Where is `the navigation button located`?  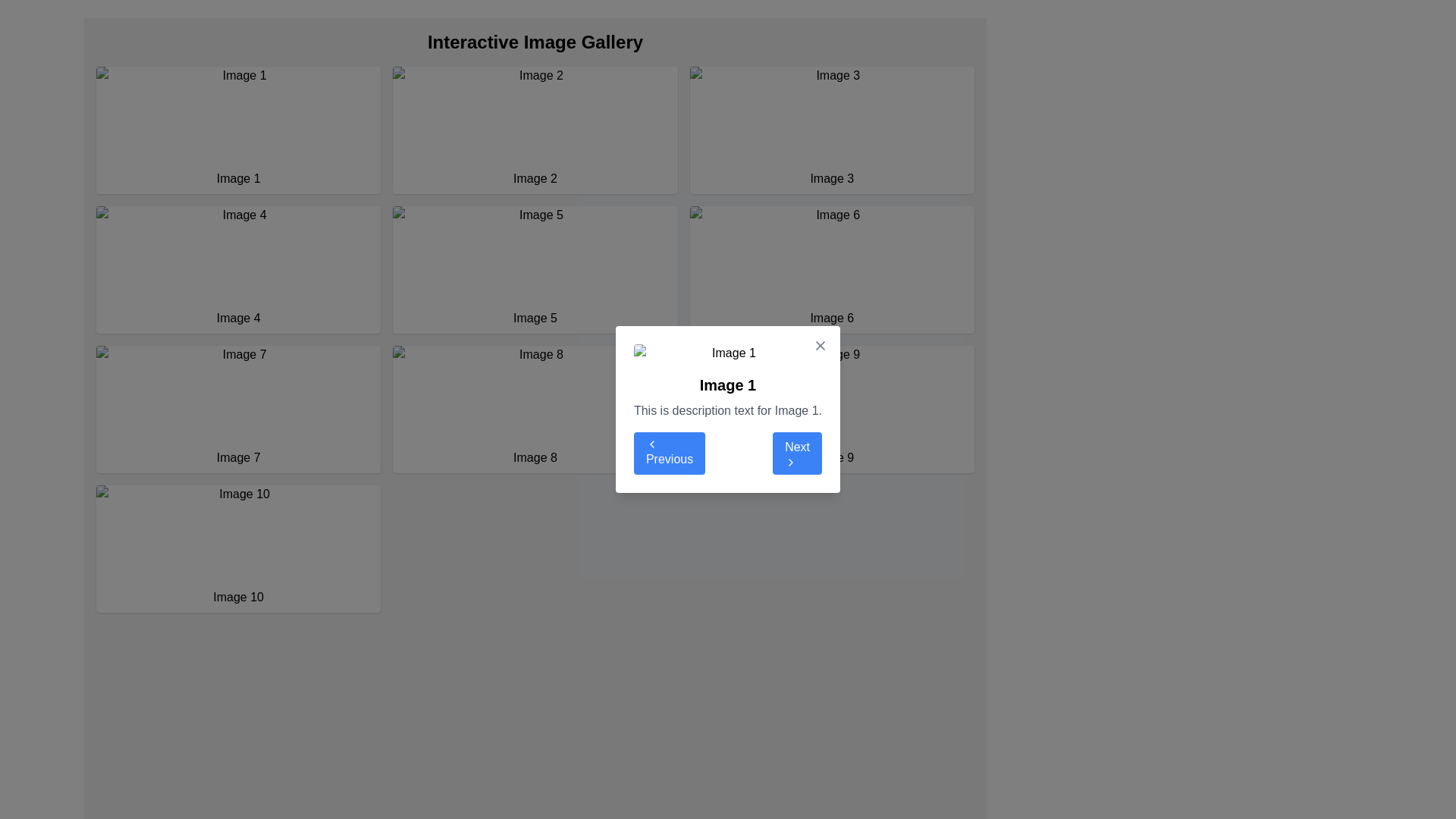
the navigation button located is located at coordinates (796, 452).